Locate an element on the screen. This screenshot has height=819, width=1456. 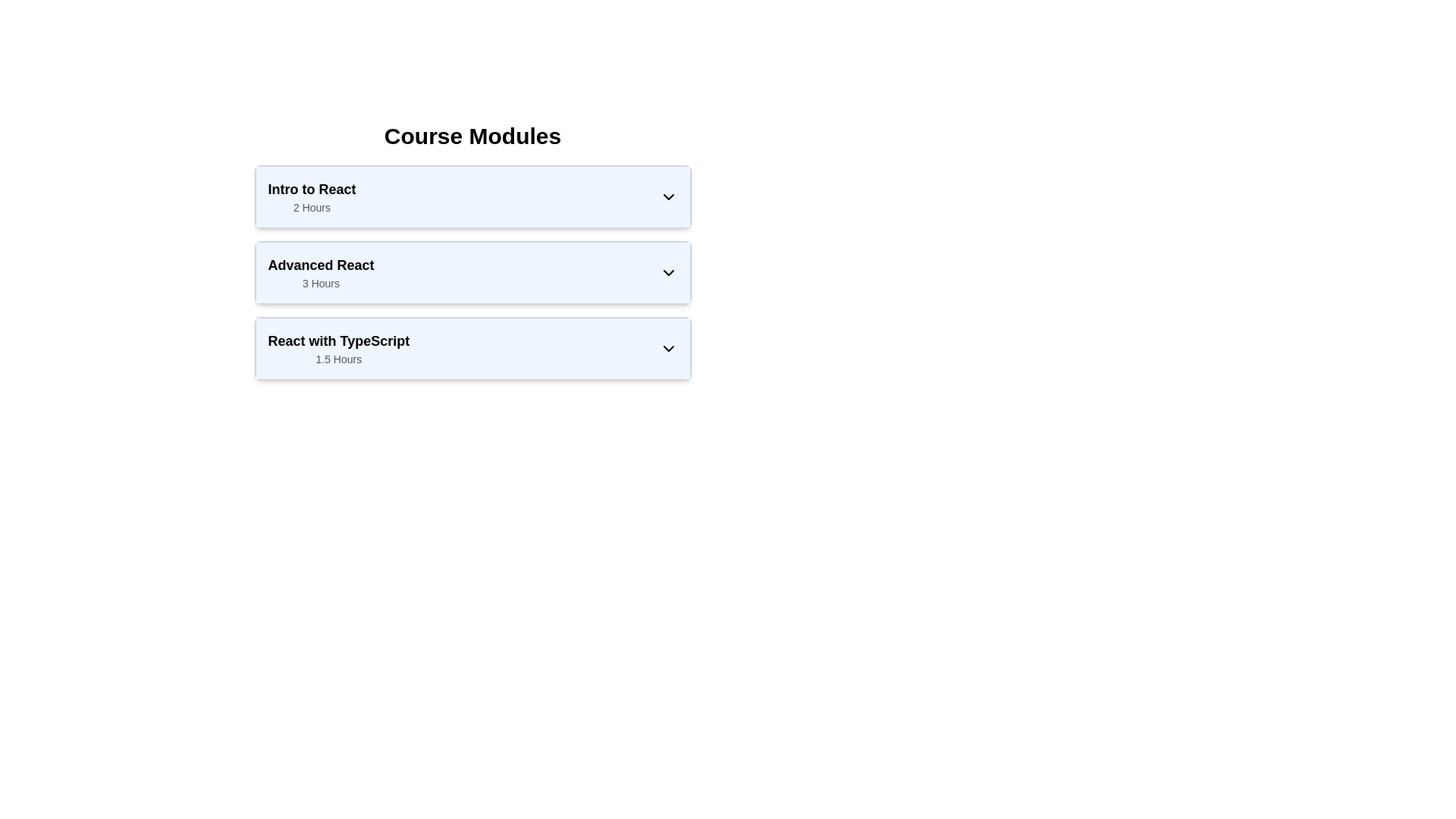
the text label displaying '2 Hours' which is styled in gray and located below the title 'Intro to React' is located at coordinates (311, 207).